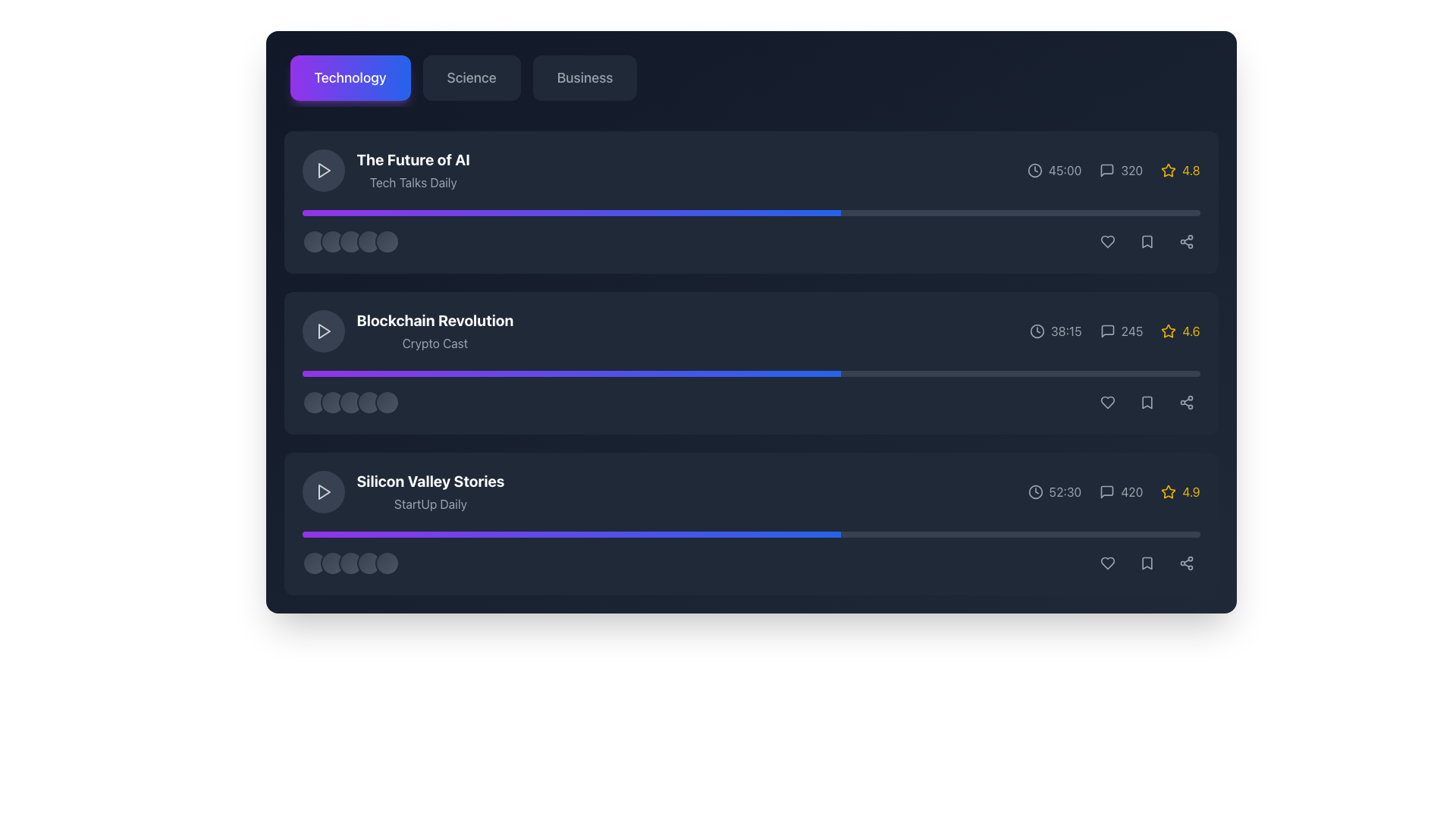 The width and height of the screenshot is (1456, 819). Describe the element at coordinates (313, 402) in the screenshot. I see `the first circular decorative element associated with the 'Blockchain Revolution' section located at the bottom left corner of the card` at that location.